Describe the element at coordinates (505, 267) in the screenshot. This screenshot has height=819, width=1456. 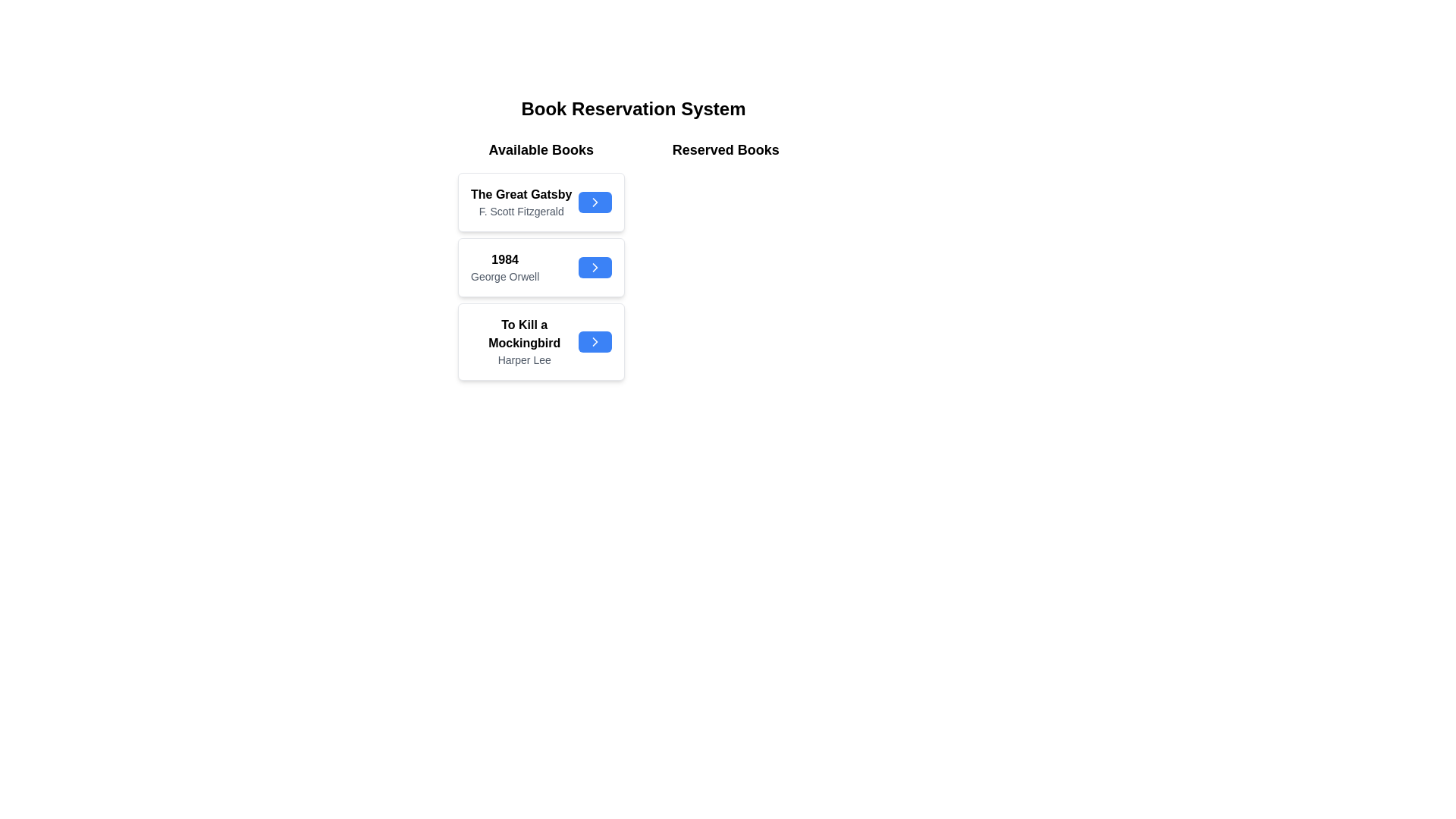
I see `the text block that presents the title and author of a book, located centrally in the second item of the 'Available Books' list` at that location.